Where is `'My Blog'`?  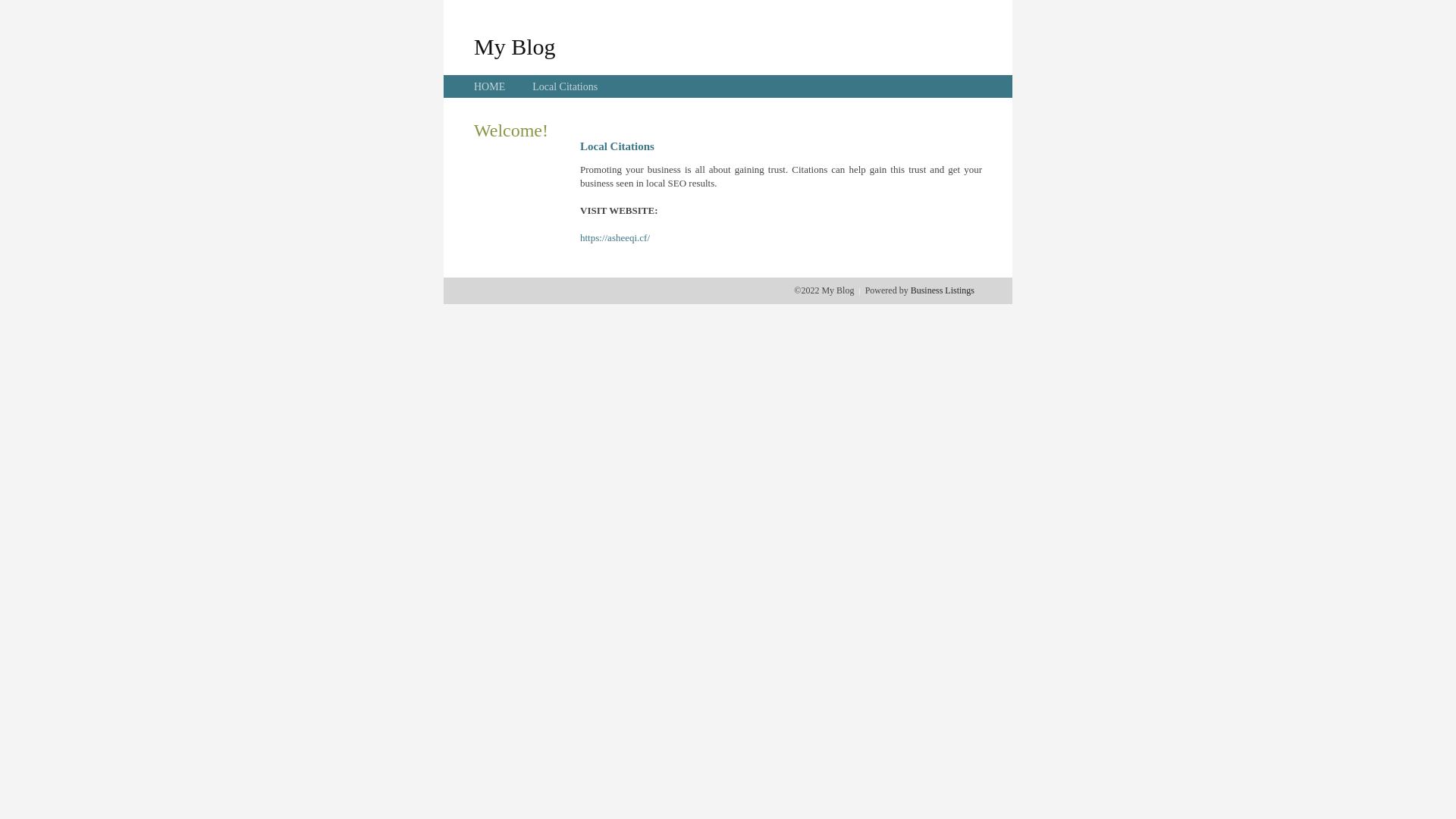
'My Blog' is located at coordinates (472, 45).